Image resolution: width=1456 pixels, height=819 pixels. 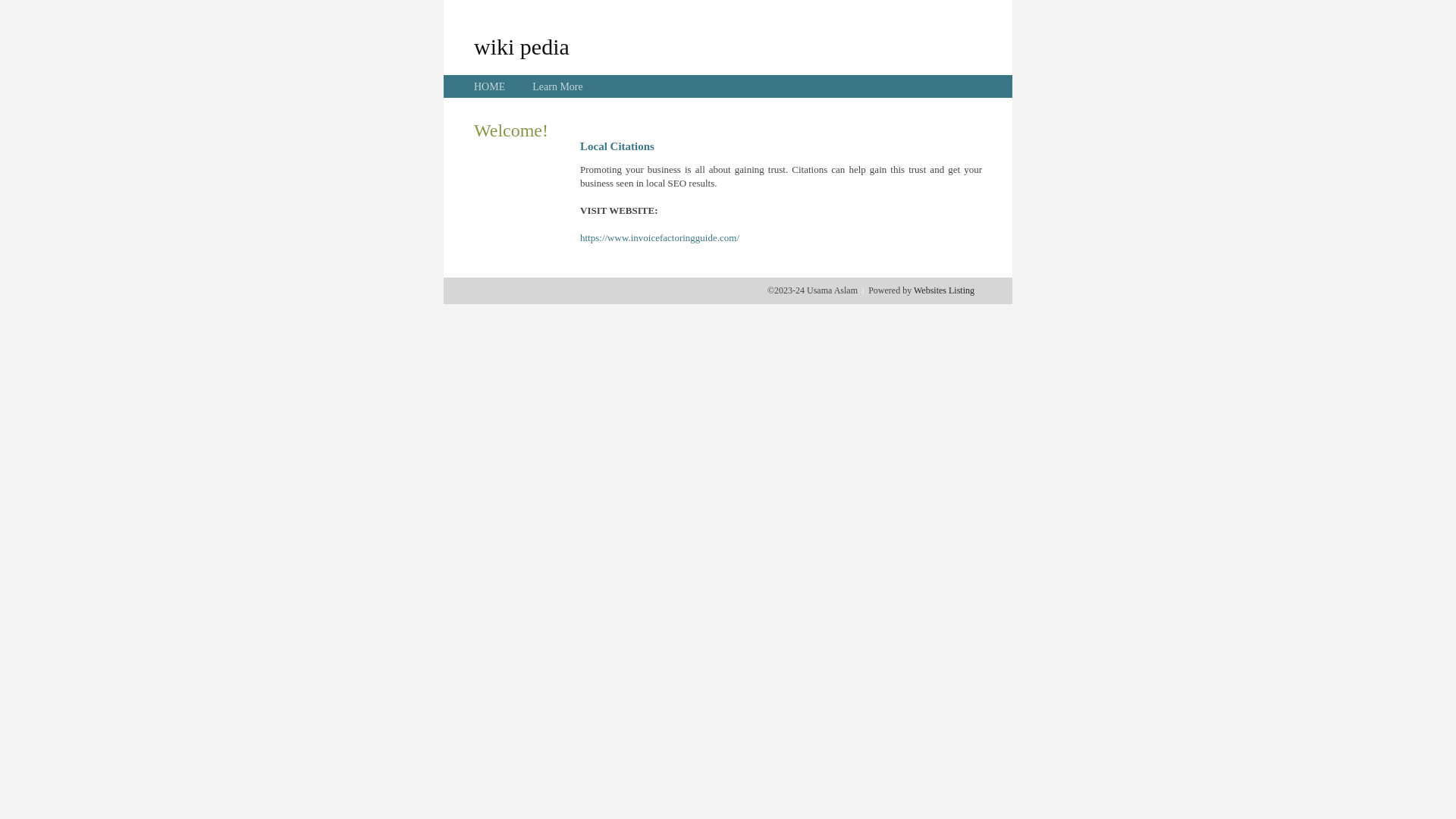 I want to click on 'https://www.invoicefactoringguide.com/', so click(x=659, y=237).